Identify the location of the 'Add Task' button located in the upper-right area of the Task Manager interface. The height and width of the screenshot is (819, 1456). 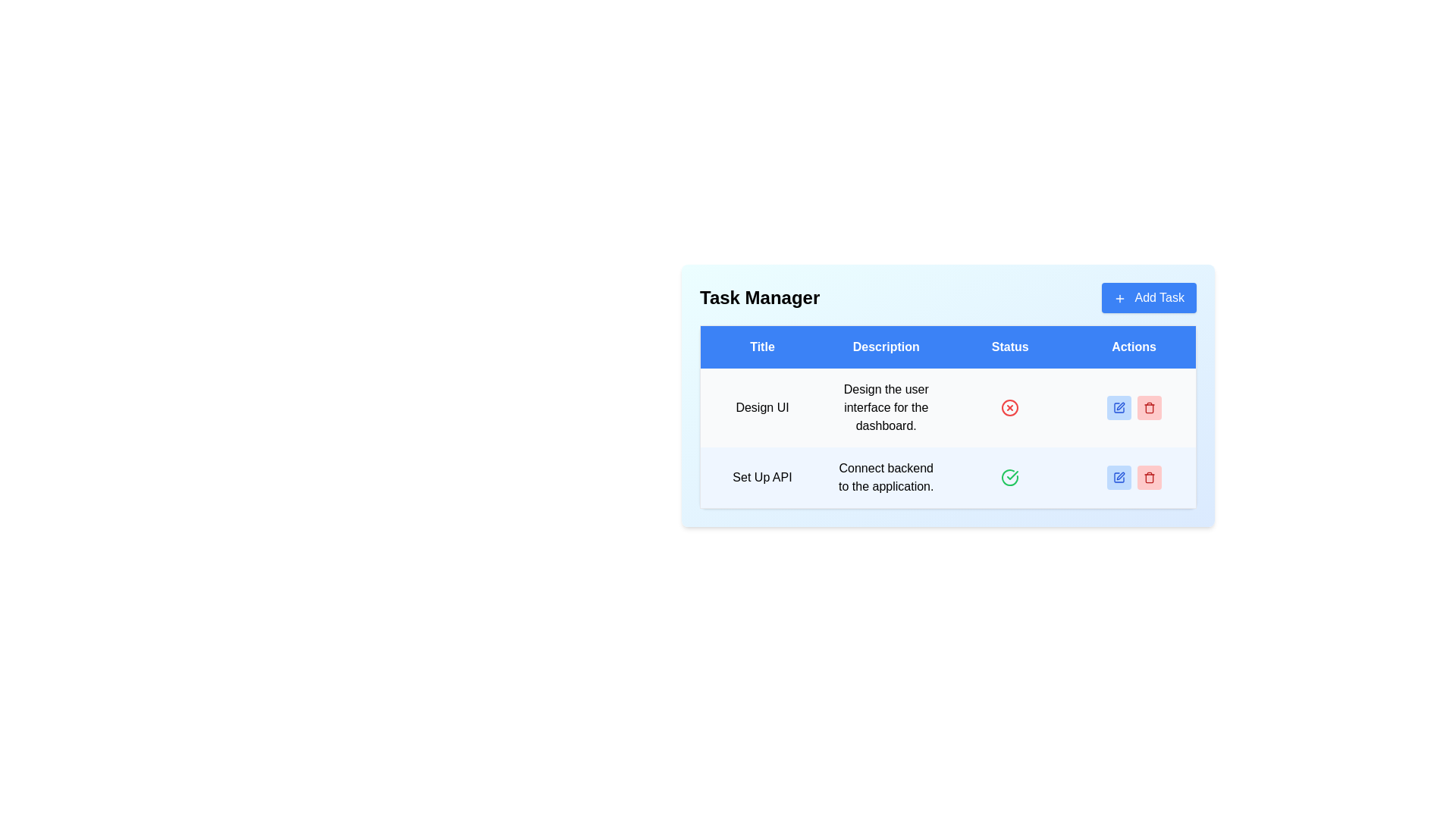
(1149, 298).